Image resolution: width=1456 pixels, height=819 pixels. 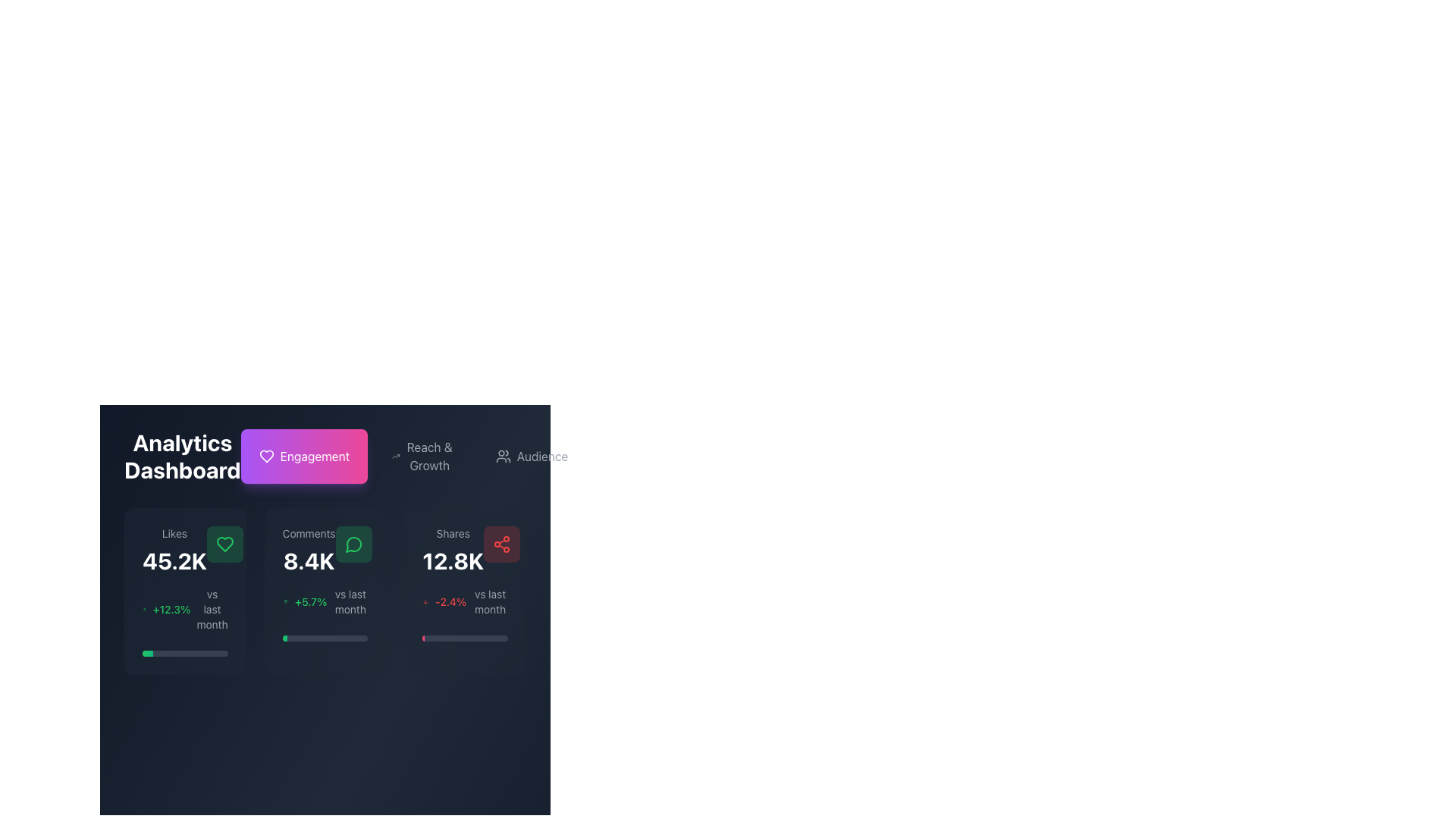 What do you see at coordinates (413, 455) in the screenshot?
I see `the 'Reach & Growth' button located in the upper center navigation section, positioned between 'Engagement' and 'Audience'` at bounding box center [413, 455].